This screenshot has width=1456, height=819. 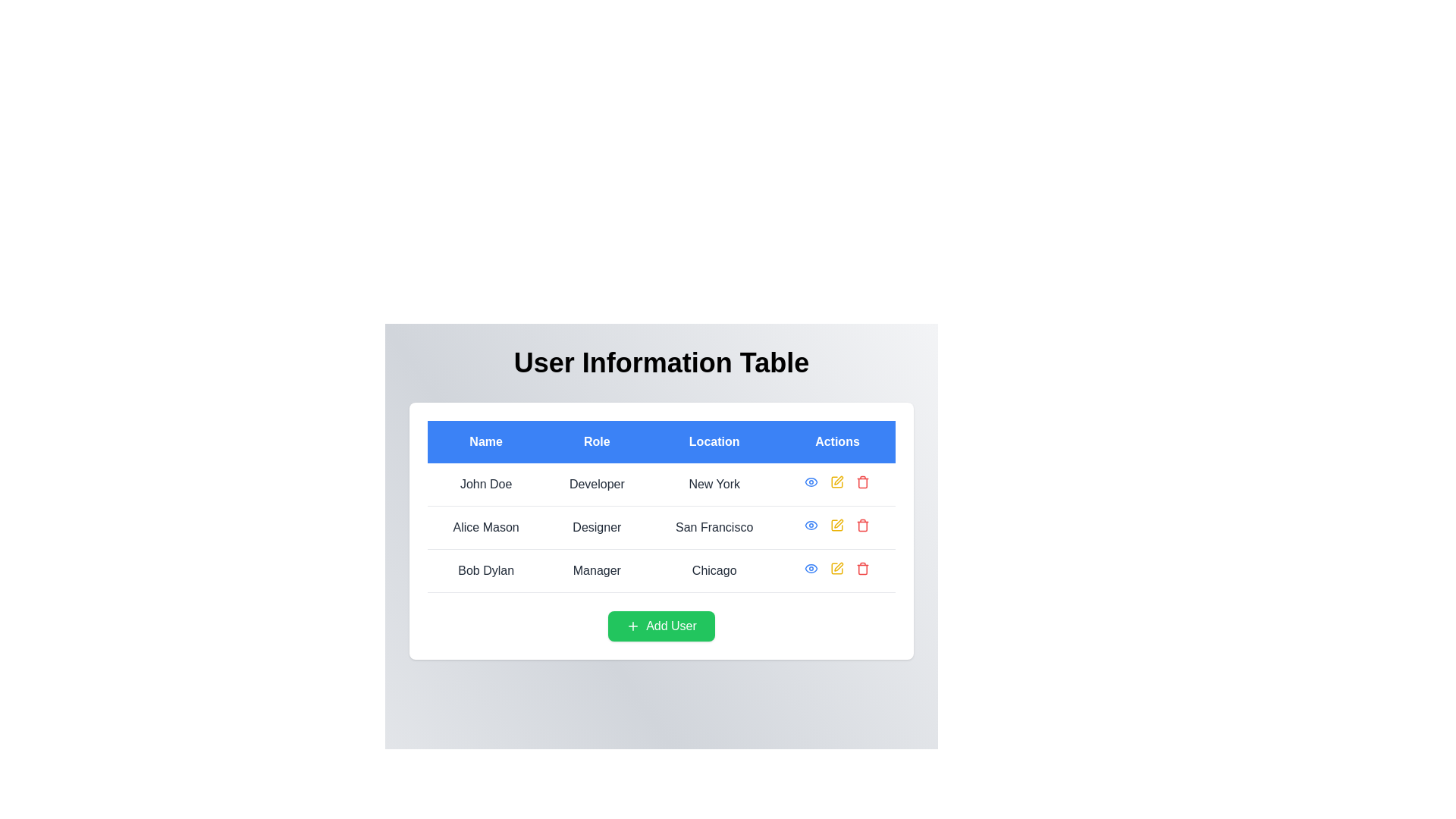 I want to click on the text label that reads 'Developer', which is located in the second column of the user information table, between 'John Doe' and 'New York', so click(x=596, y=485).